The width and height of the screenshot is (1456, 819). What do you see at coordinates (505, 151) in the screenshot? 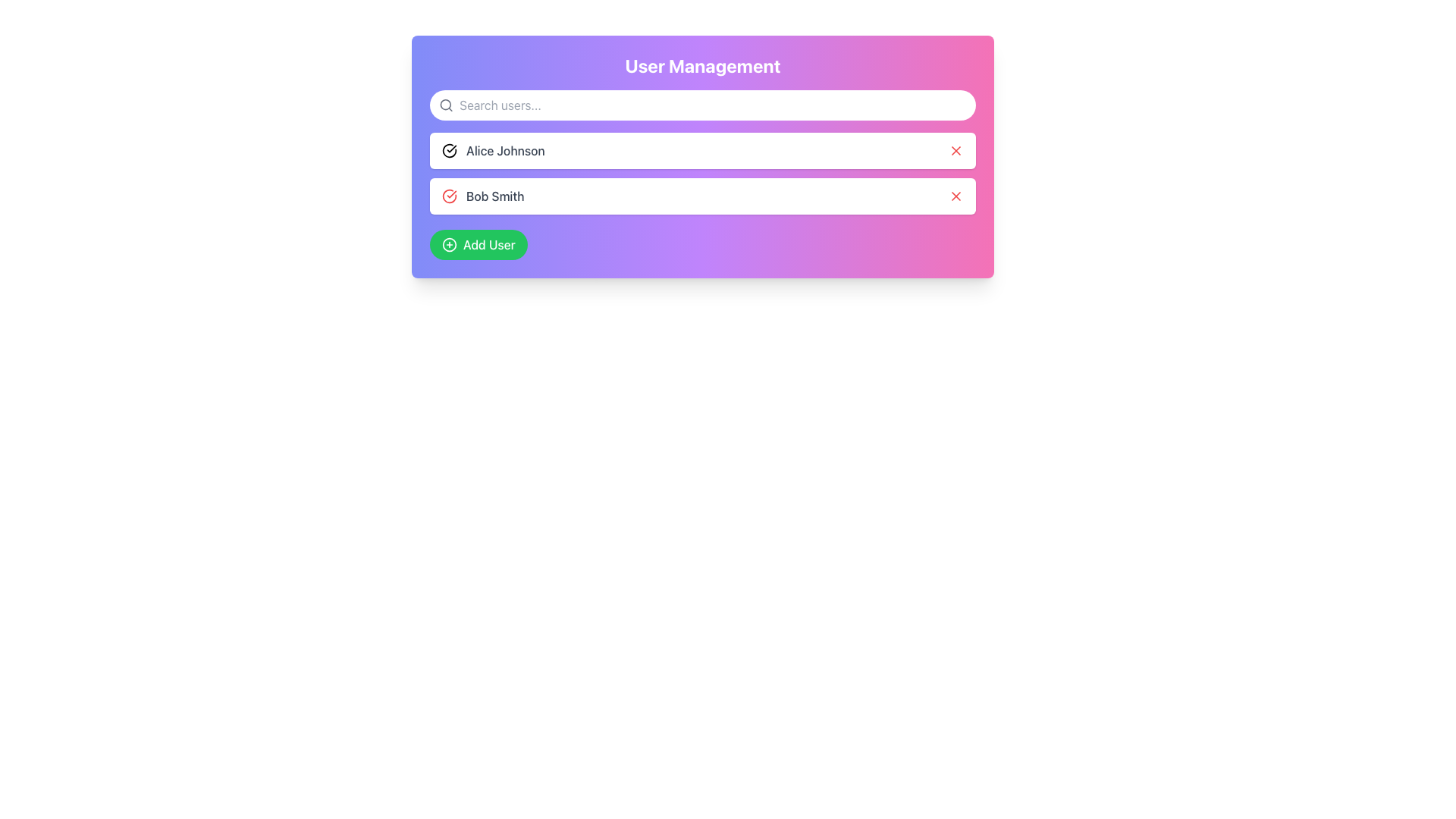
I see `the user's name label in the user listing interface, which is the rightmost element in the group, associated with the first user entry` at bounding box center [505, 151].